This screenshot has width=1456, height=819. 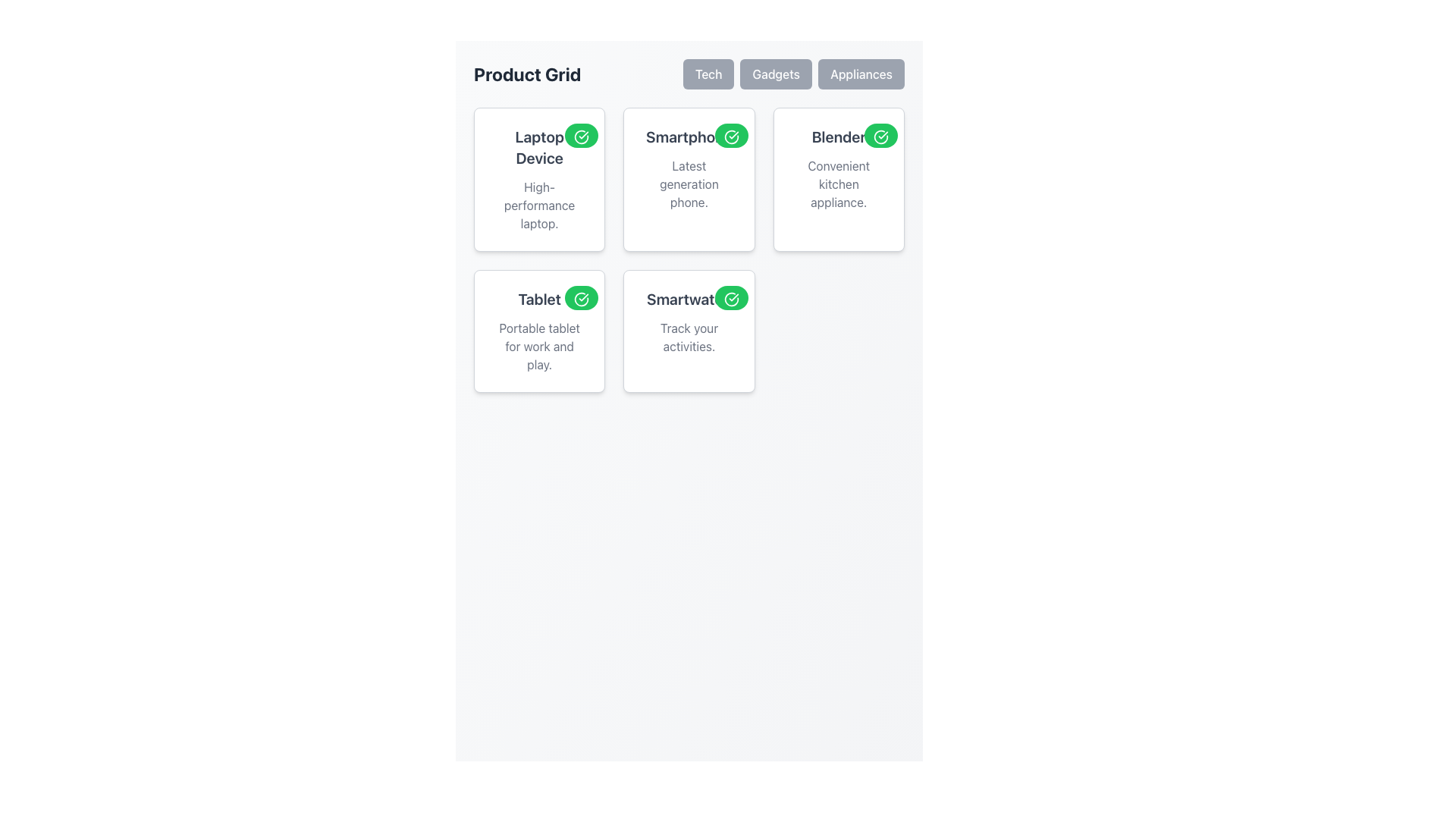 I want to click on the status visually, so click(x=880, y=136).